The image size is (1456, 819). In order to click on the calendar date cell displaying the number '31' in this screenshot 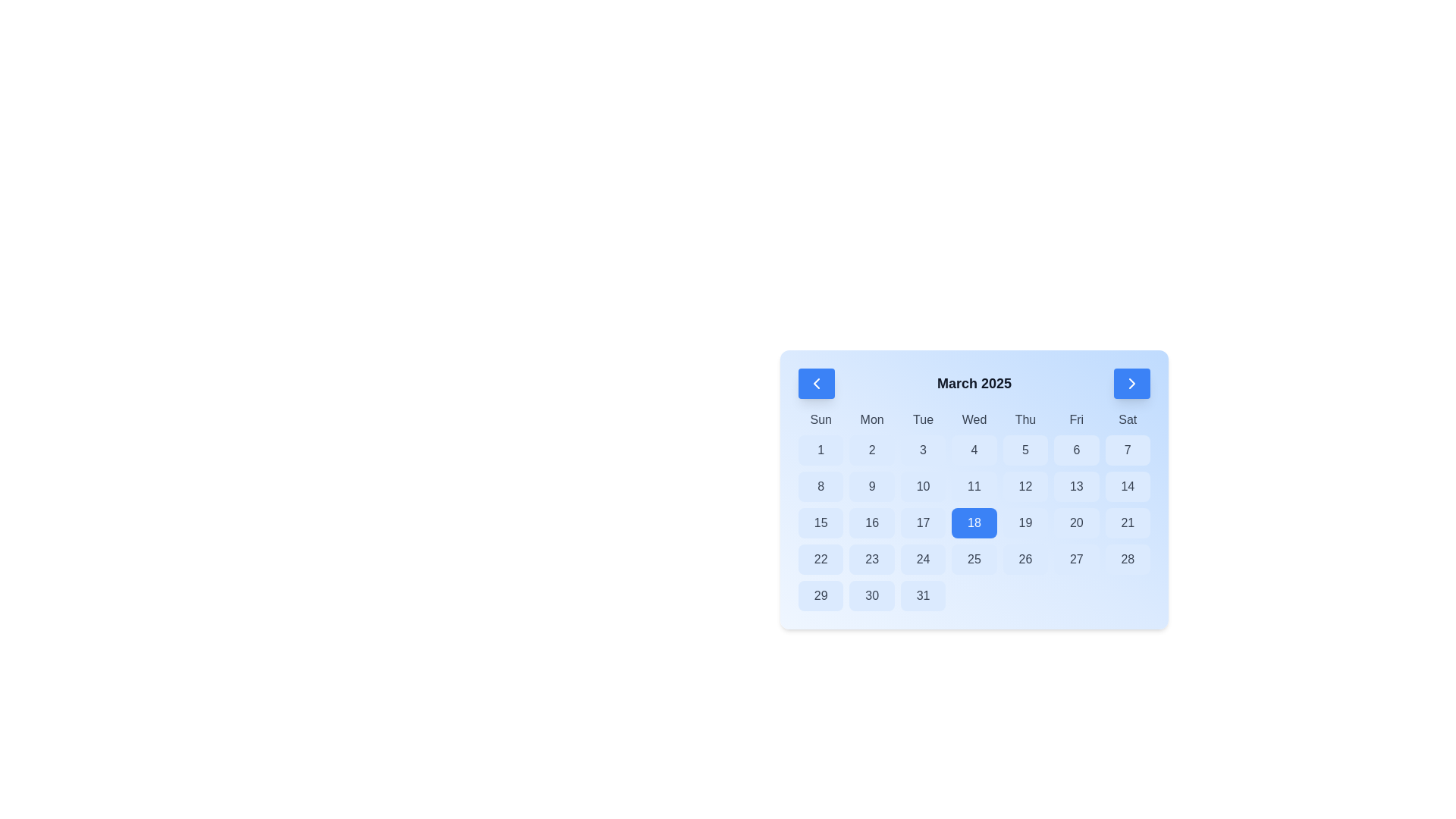, I will do `click(922, 595)`.